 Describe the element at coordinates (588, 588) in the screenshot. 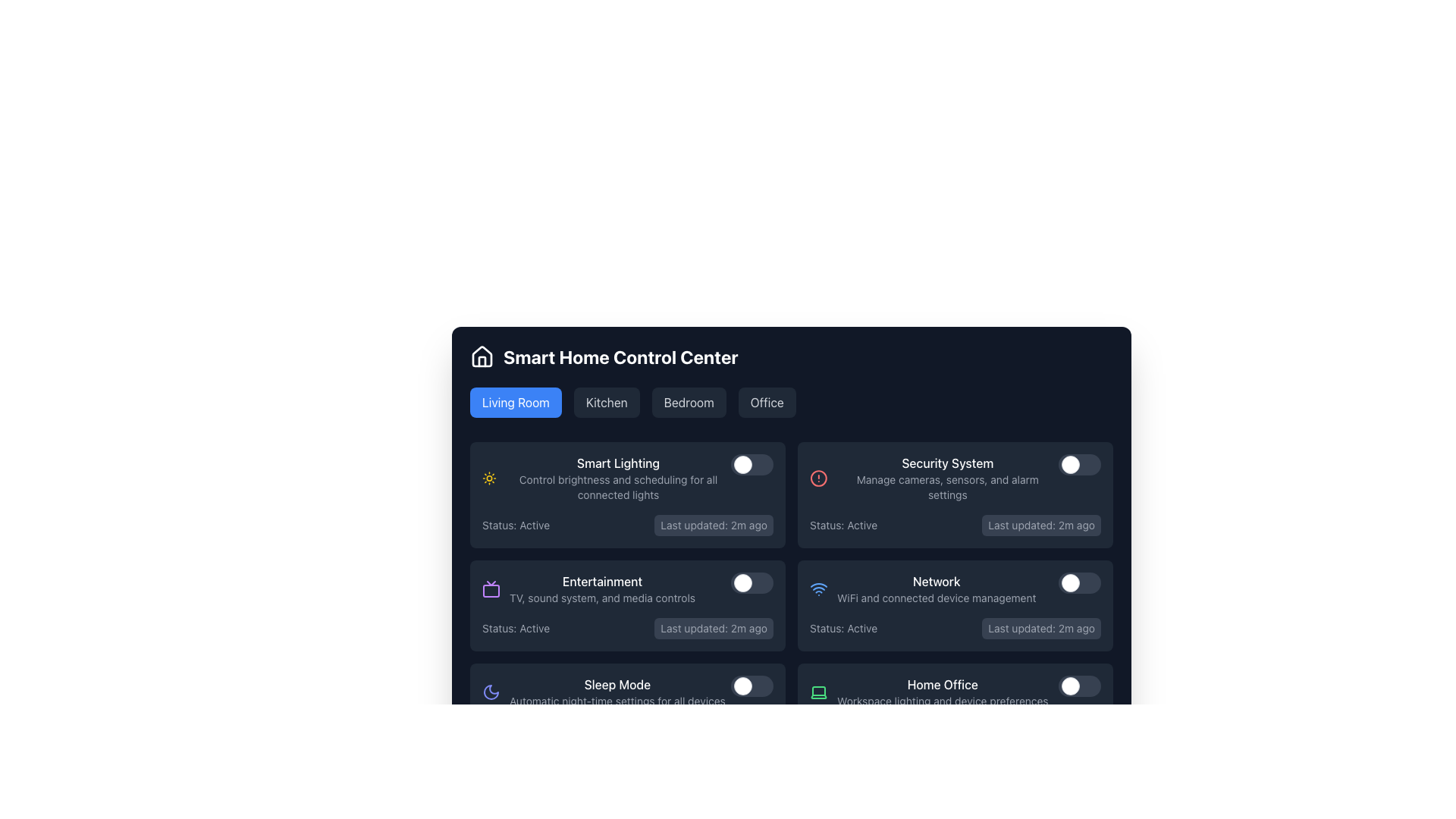

I see `the 'Entertainment' settings informational block located in the second row of the 'Smart Home Control Center' interface` at that location.